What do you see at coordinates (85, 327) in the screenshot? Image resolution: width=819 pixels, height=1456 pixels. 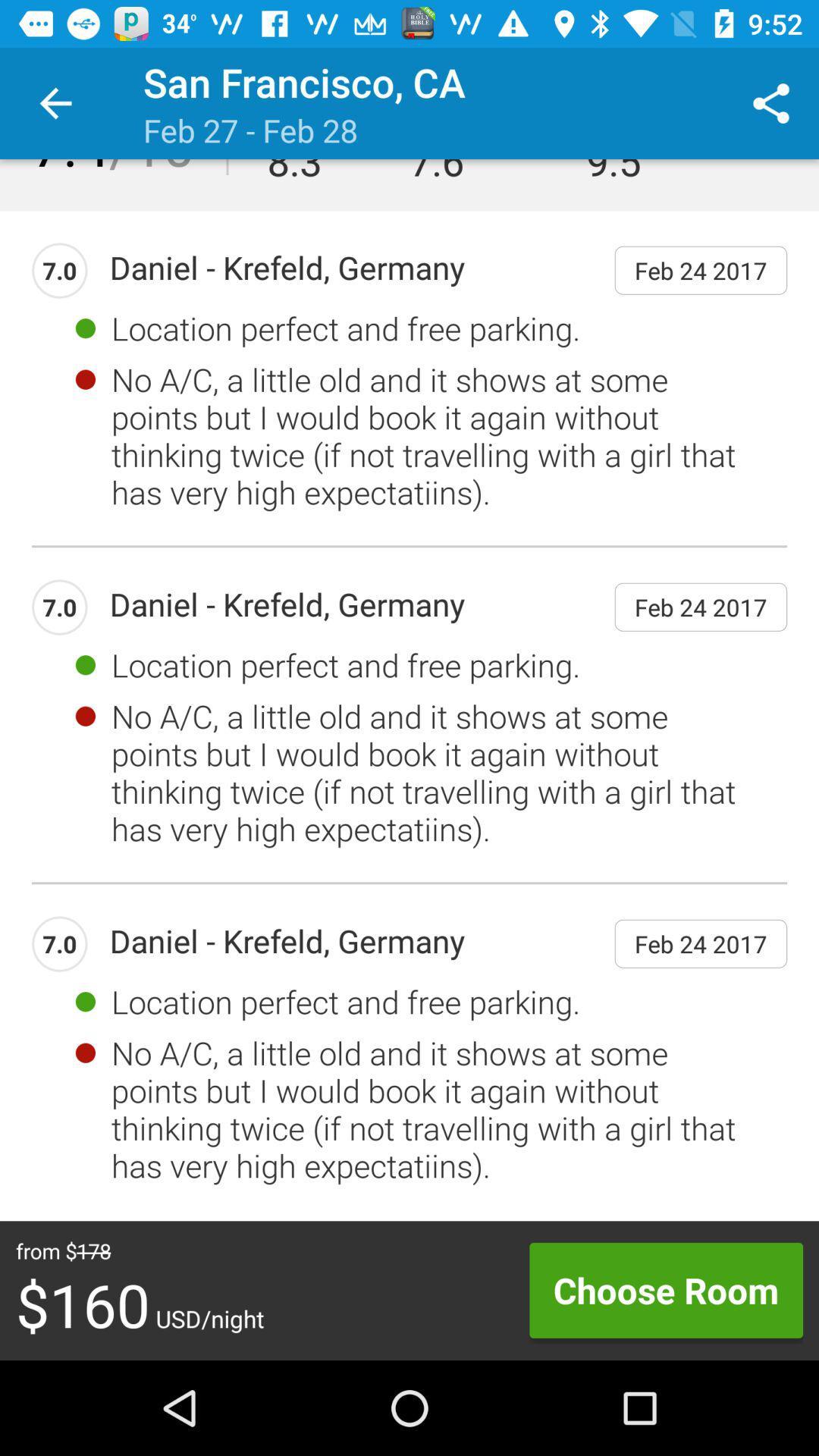 I see `the option green dot` at bounding box center [85, 327].